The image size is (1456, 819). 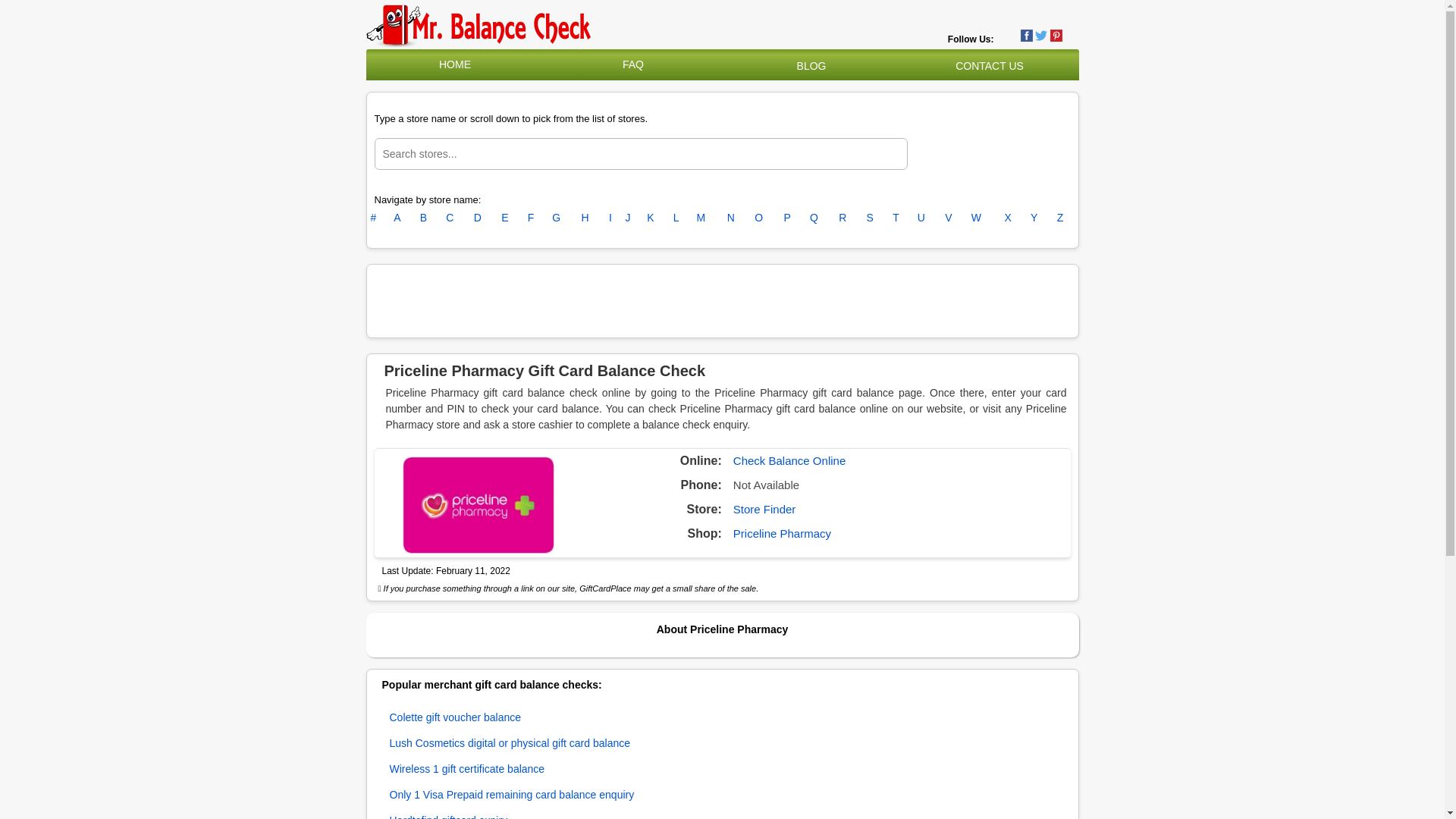 What do you see at coordinates (393, 217) in the screenshot?
I see `'A'` at bounding box center [393, 217].